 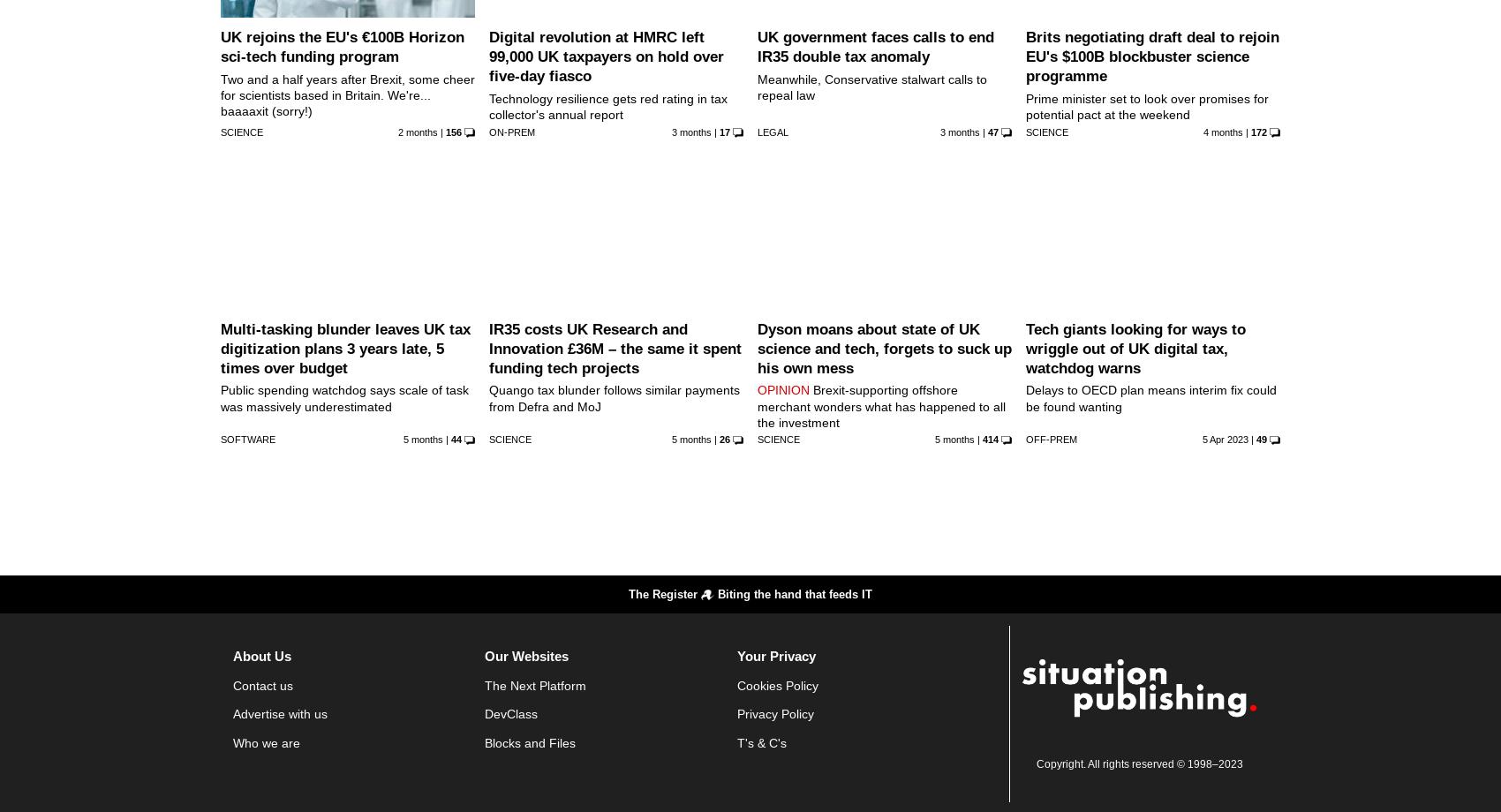 What do you see at coordinates (1203, 131) in the screenshot?
I see `'4 months'` at bounding box center [1203, 131].